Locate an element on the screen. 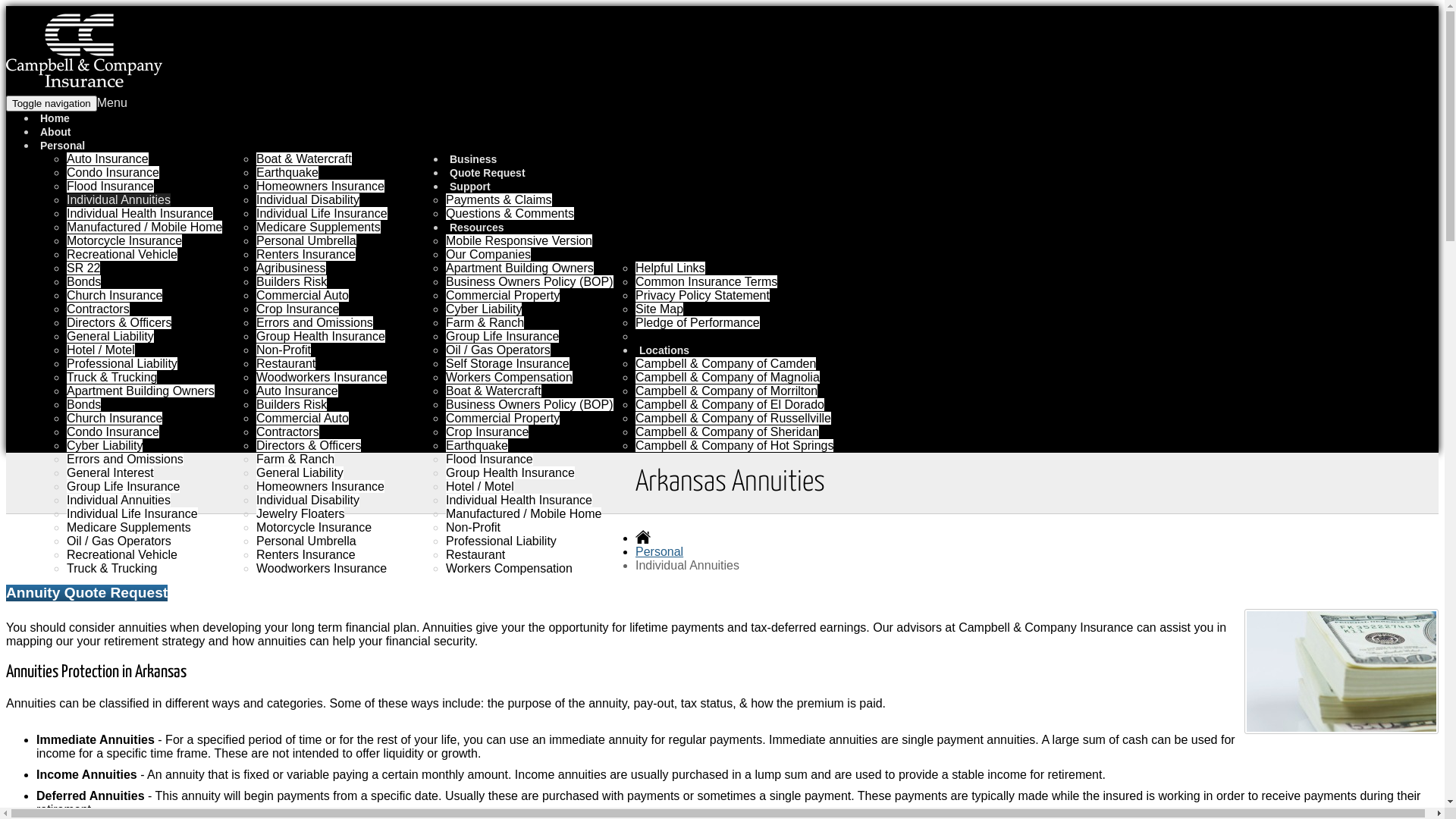 The width and height of the screenshot is (1456, 819). 'Privacy Policy Statement' is located at coordinates (635, 295).